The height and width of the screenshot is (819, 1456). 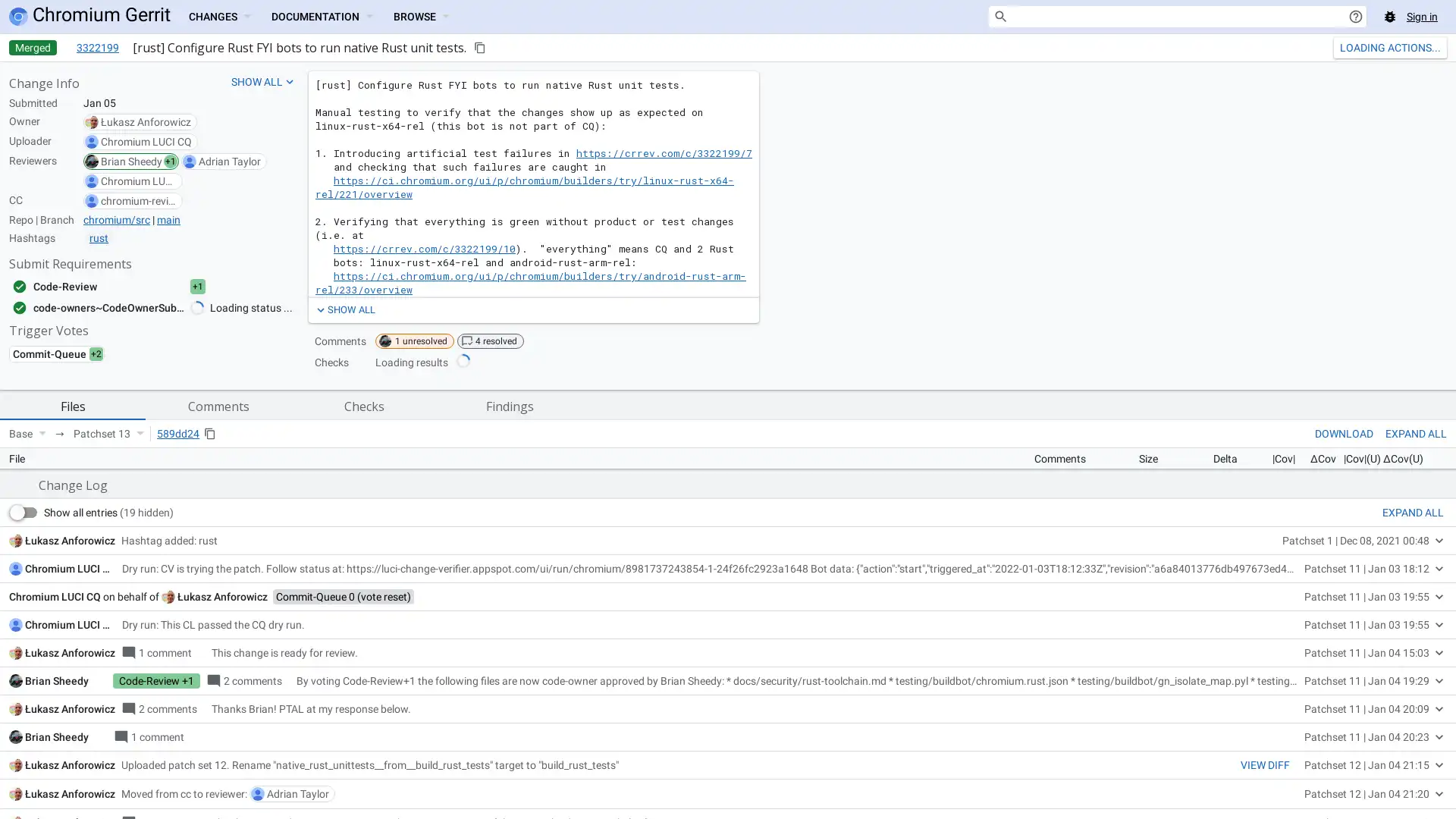 I want to click on FAQ, so click(x=1370, y=660).